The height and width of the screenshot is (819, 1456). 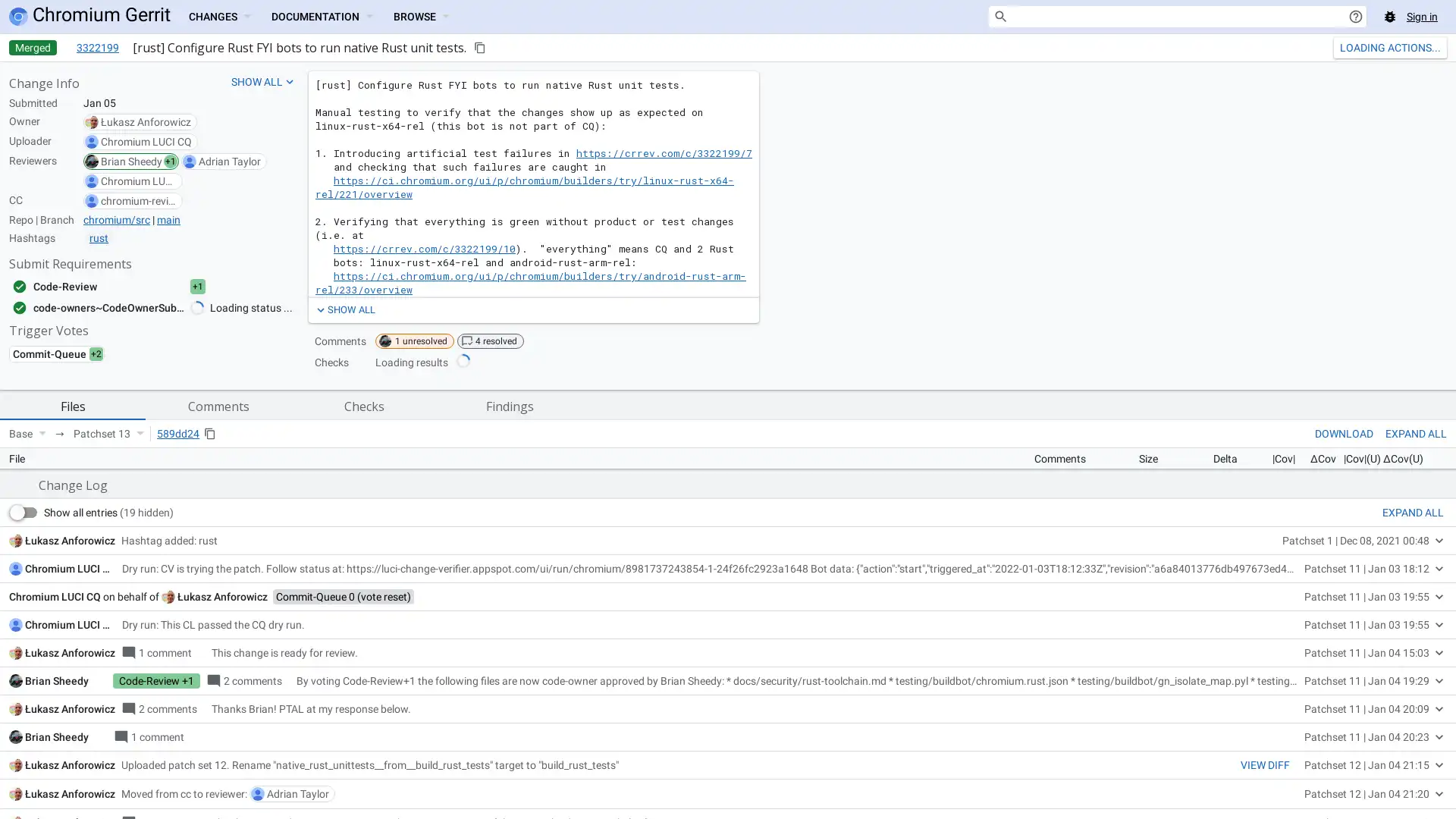 I want to click on FAQ, so click(x=1370, y=660).